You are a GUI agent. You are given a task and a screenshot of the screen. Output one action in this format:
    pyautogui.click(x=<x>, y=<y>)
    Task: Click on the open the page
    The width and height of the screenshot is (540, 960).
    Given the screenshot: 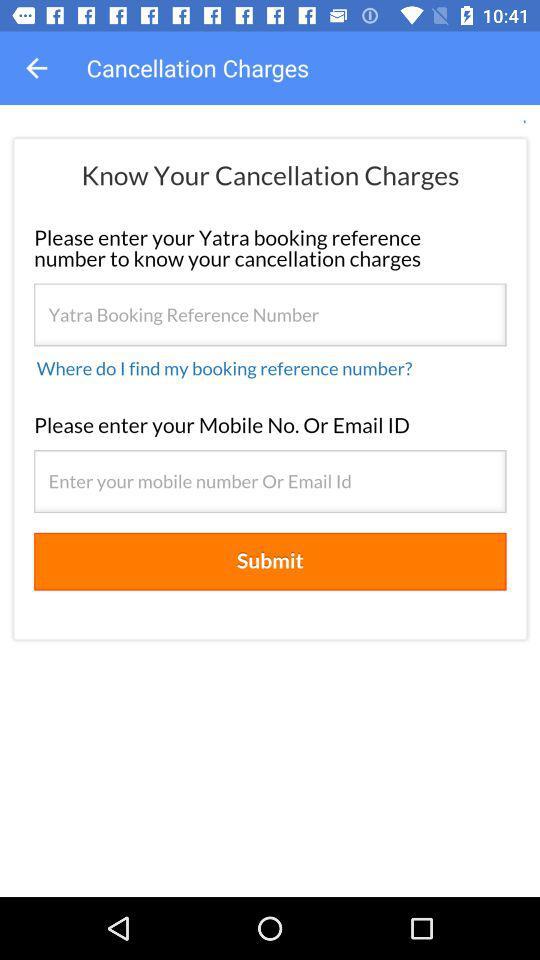 What is the action you would take?
    pyautogui.click(x=270, y=500)
    